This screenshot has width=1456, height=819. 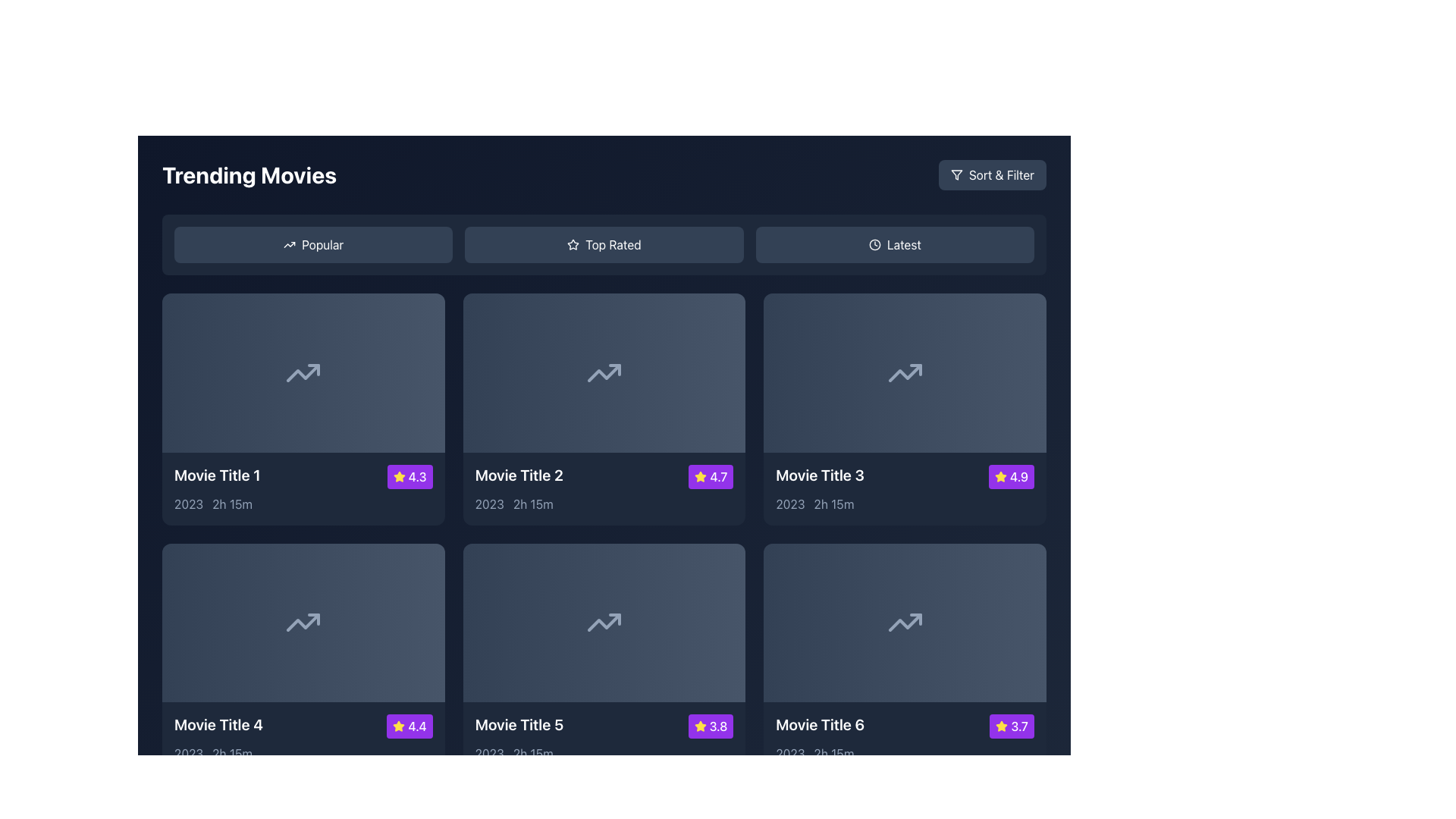 What do you see at coordinates (303, 623) in the screenshot?
I see `the small arrow-shaped icon resembling a trending upwards graph located within the fourth movie in the 'Trending Movies' section` at bounding box center [303, 623].